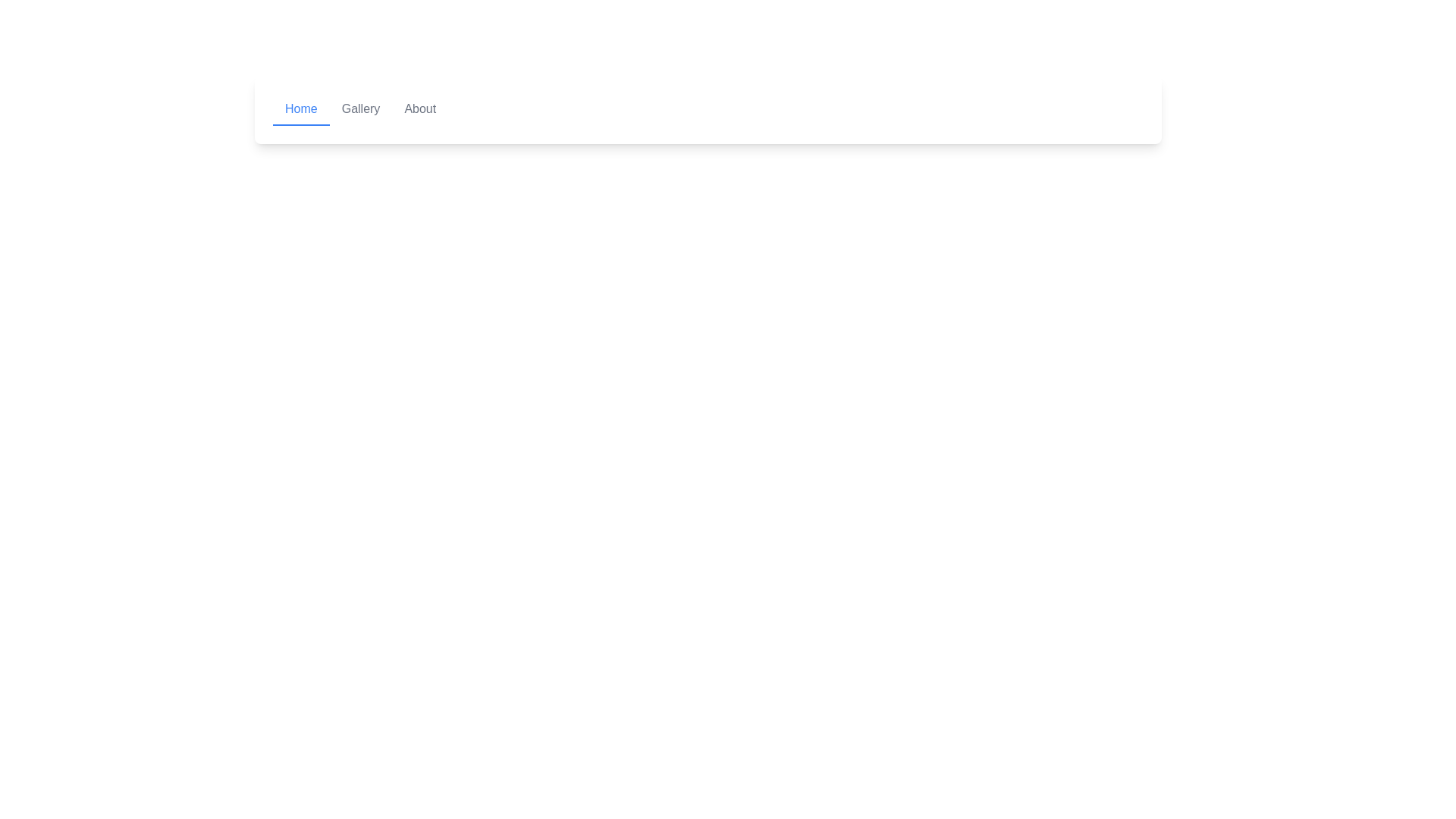  I want to click on the 'Home' button in the navigation bar, which is styled as a text link with a blue font and underline, so click(301, 109).